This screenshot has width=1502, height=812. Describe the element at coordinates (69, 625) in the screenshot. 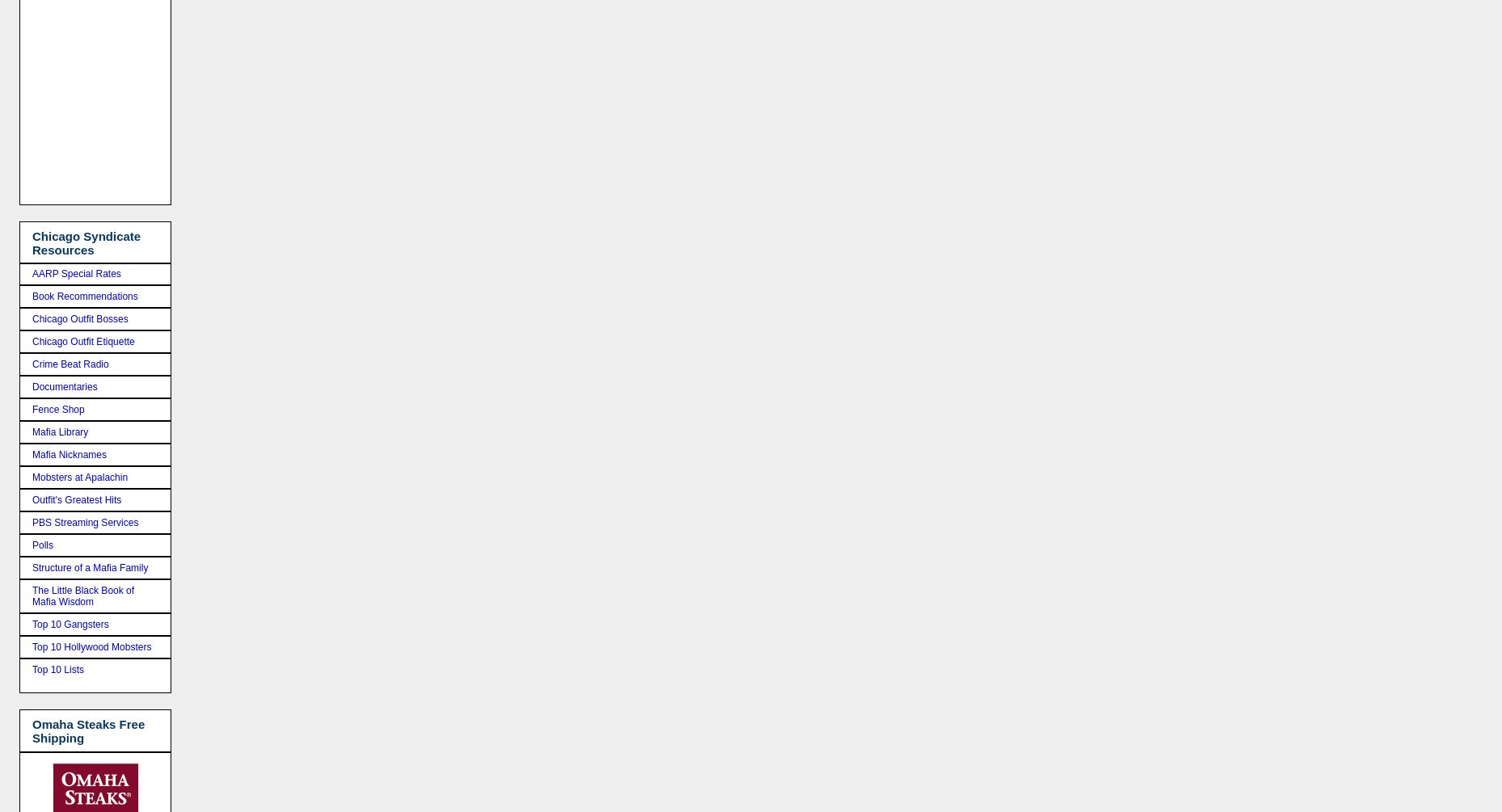

I see `'Top 10 Gangsters'` at that location.